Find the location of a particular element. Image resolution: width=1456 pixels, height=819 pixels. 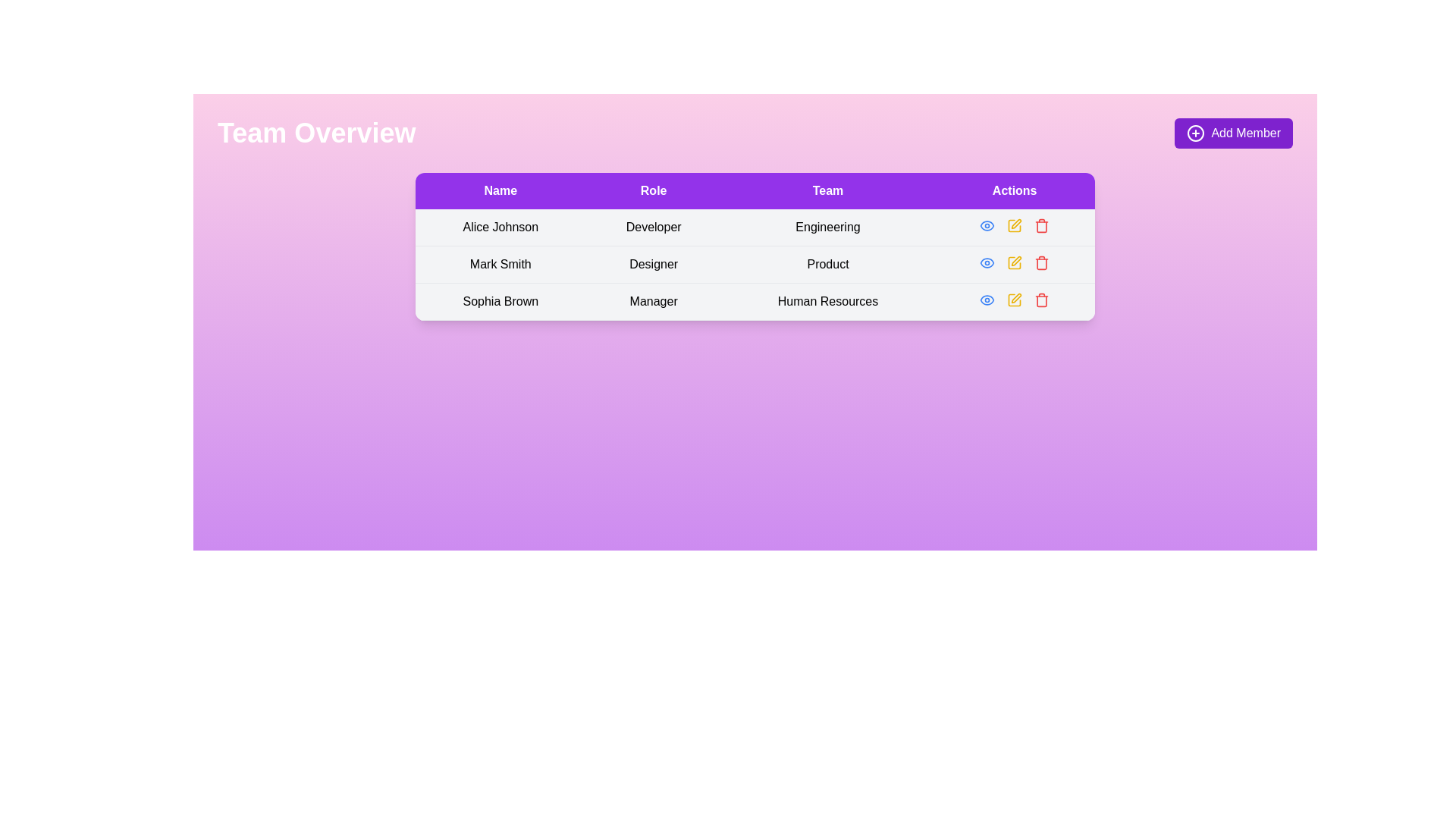

the 'Team Overview' text label that is styled with large, bold, white typography and is located at the upper left portion of the interface is located at coordinates (315, 133).